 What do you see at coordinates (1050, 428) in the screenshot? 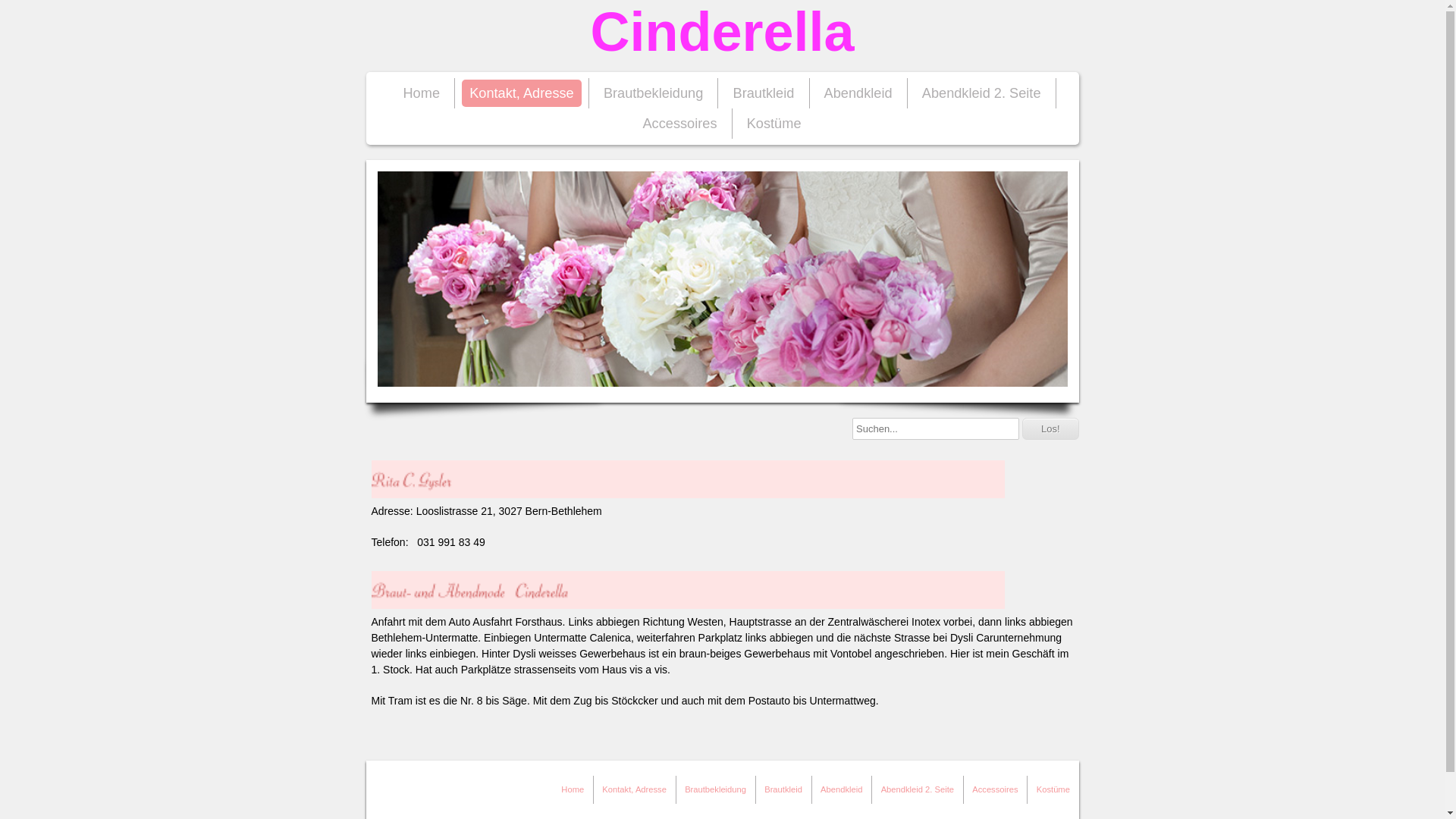
I see `'Los!'` at bounding box center [1050, 428].